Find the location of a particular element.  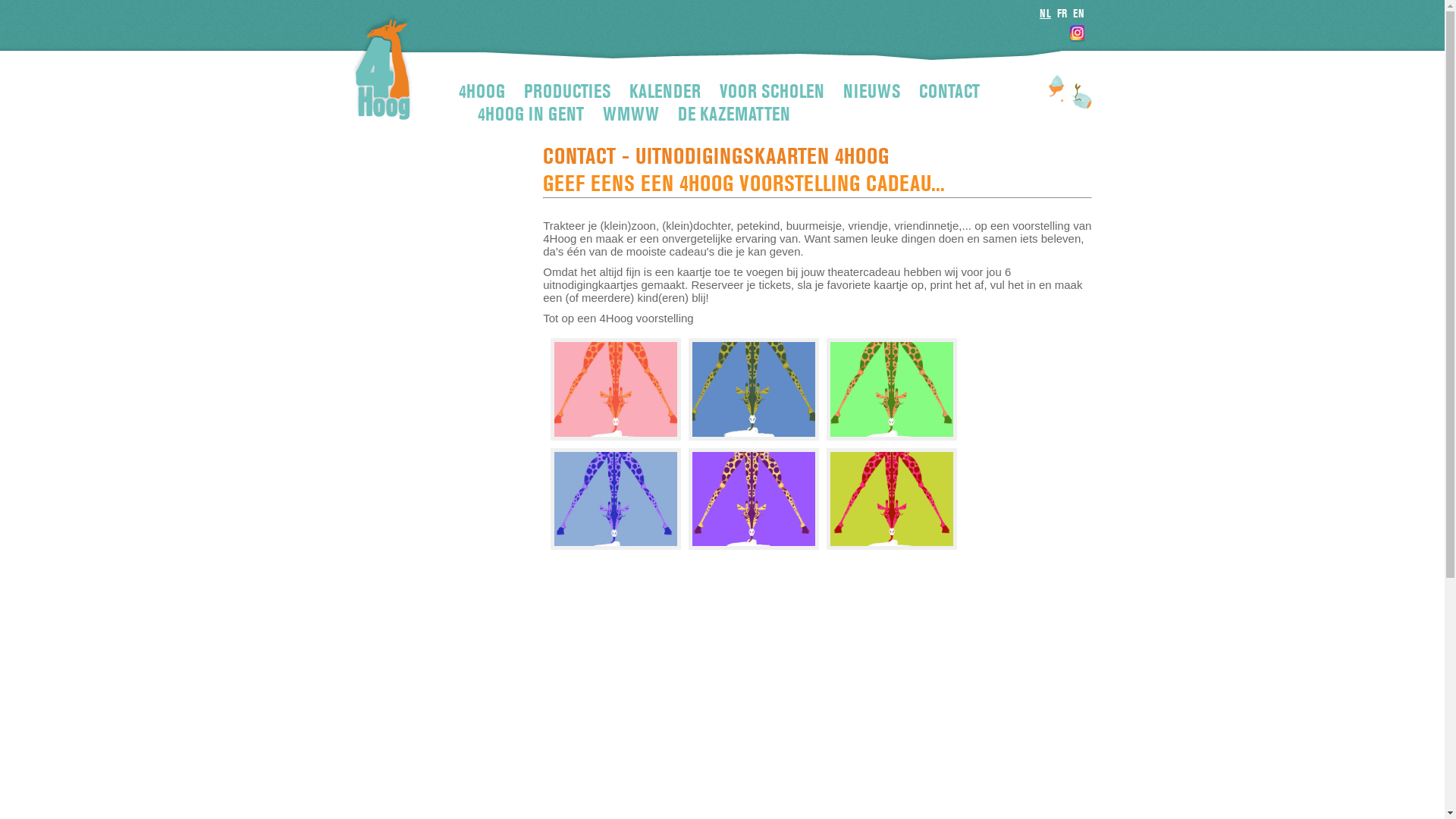

'PRODUCTIES' is located at coordinates (524, 91).